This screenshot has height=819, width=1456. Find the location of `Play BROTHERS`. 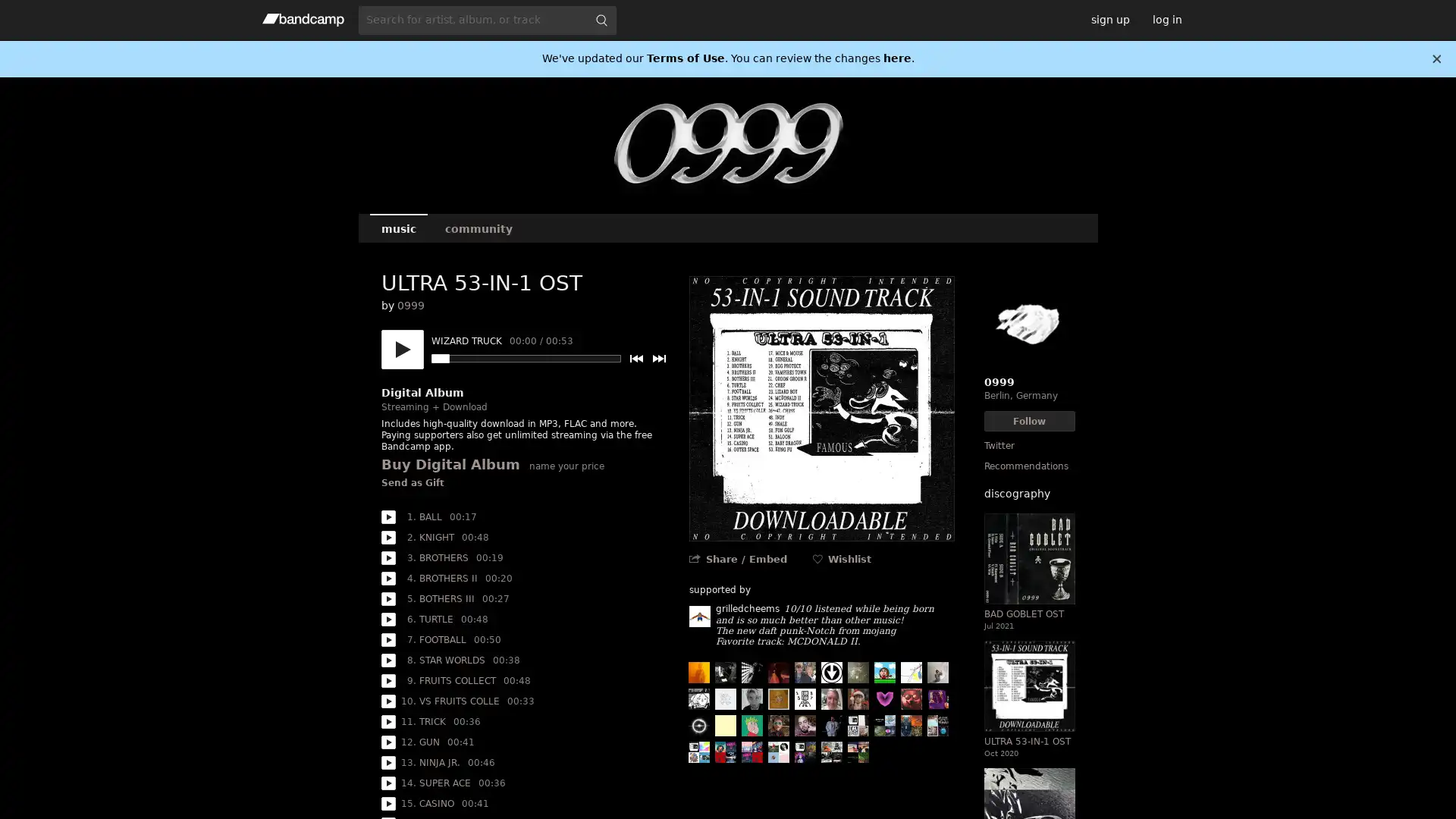

Play BROTHERS is located at coordinates (388, 558).